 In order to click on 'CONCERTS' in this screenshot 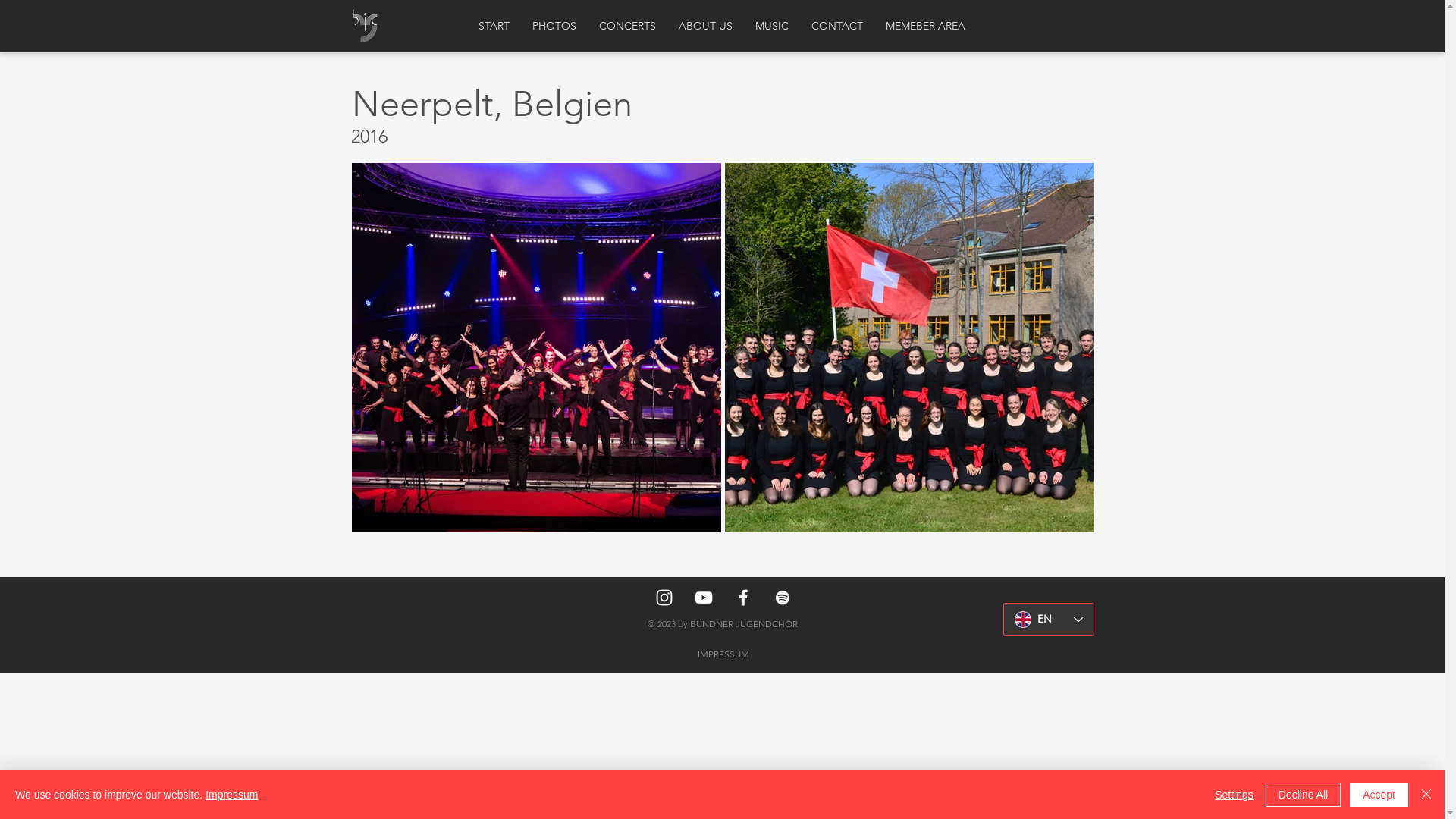, I will do `click(586, 26)`.